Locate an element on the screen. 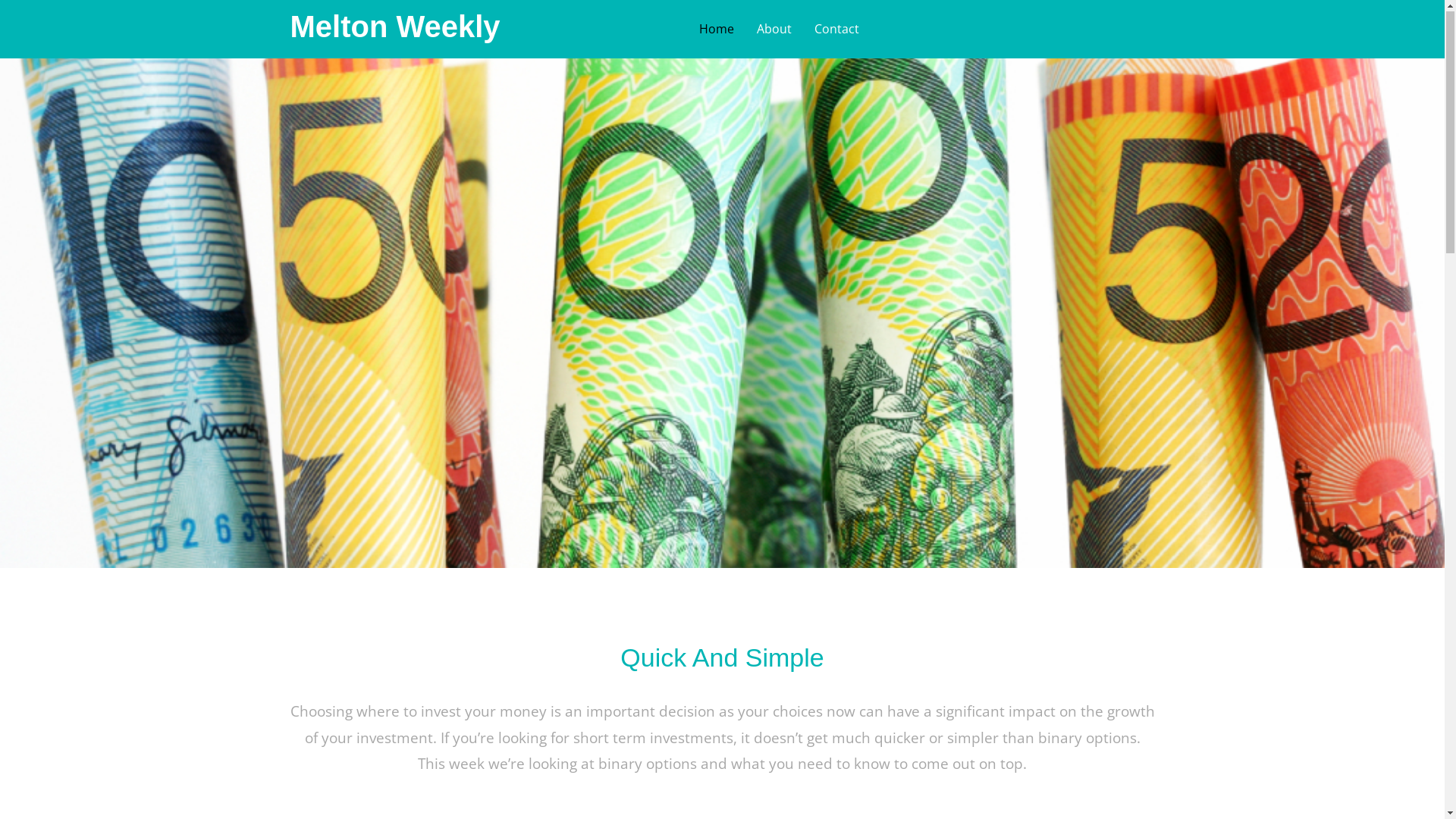 This screenshot has width=1456, height=819. 'Home' is located at coordinates (716, 29).